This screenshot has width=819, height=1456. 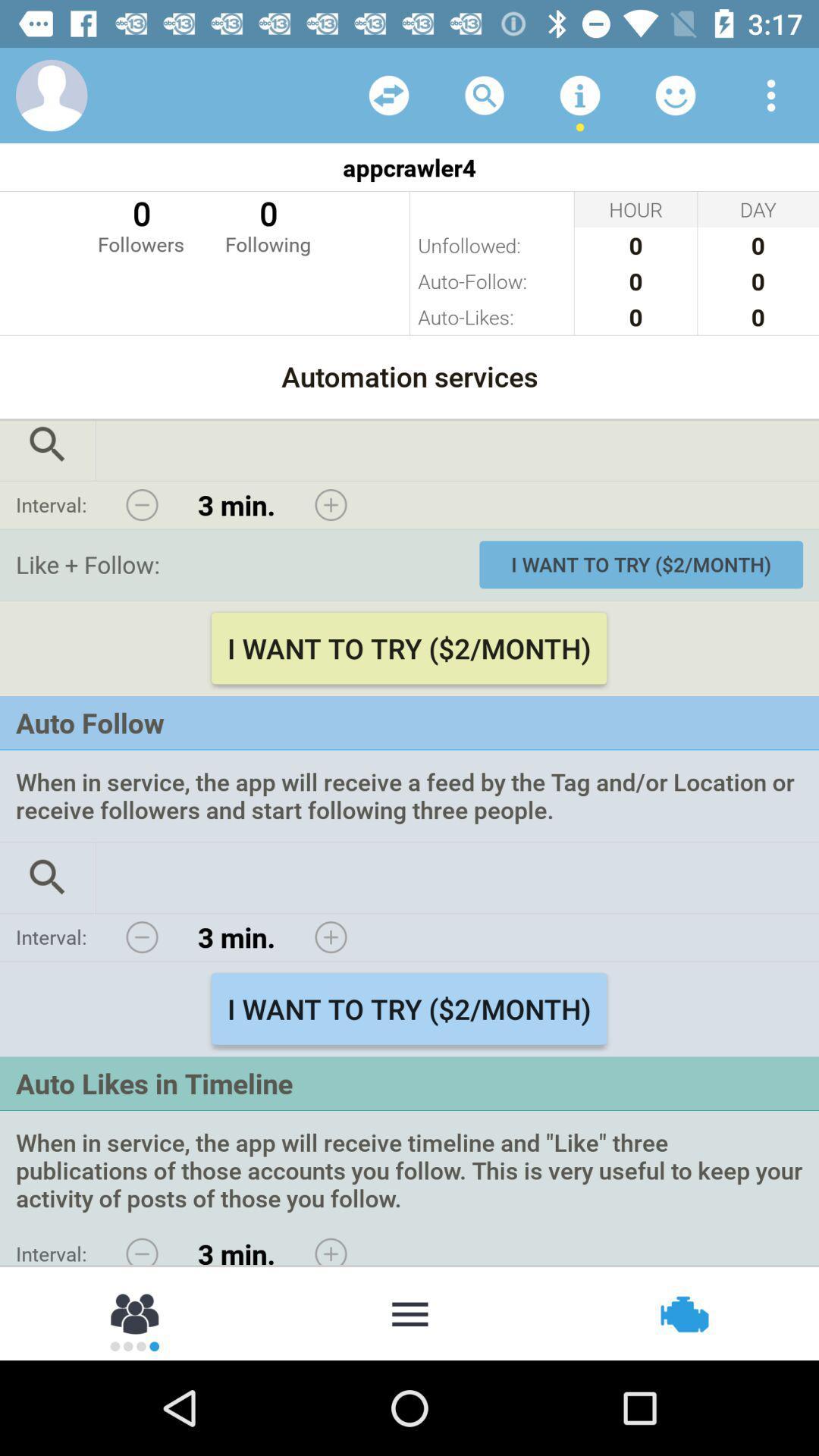 I want to click on reduce time interval, so click(x=142, y=505).